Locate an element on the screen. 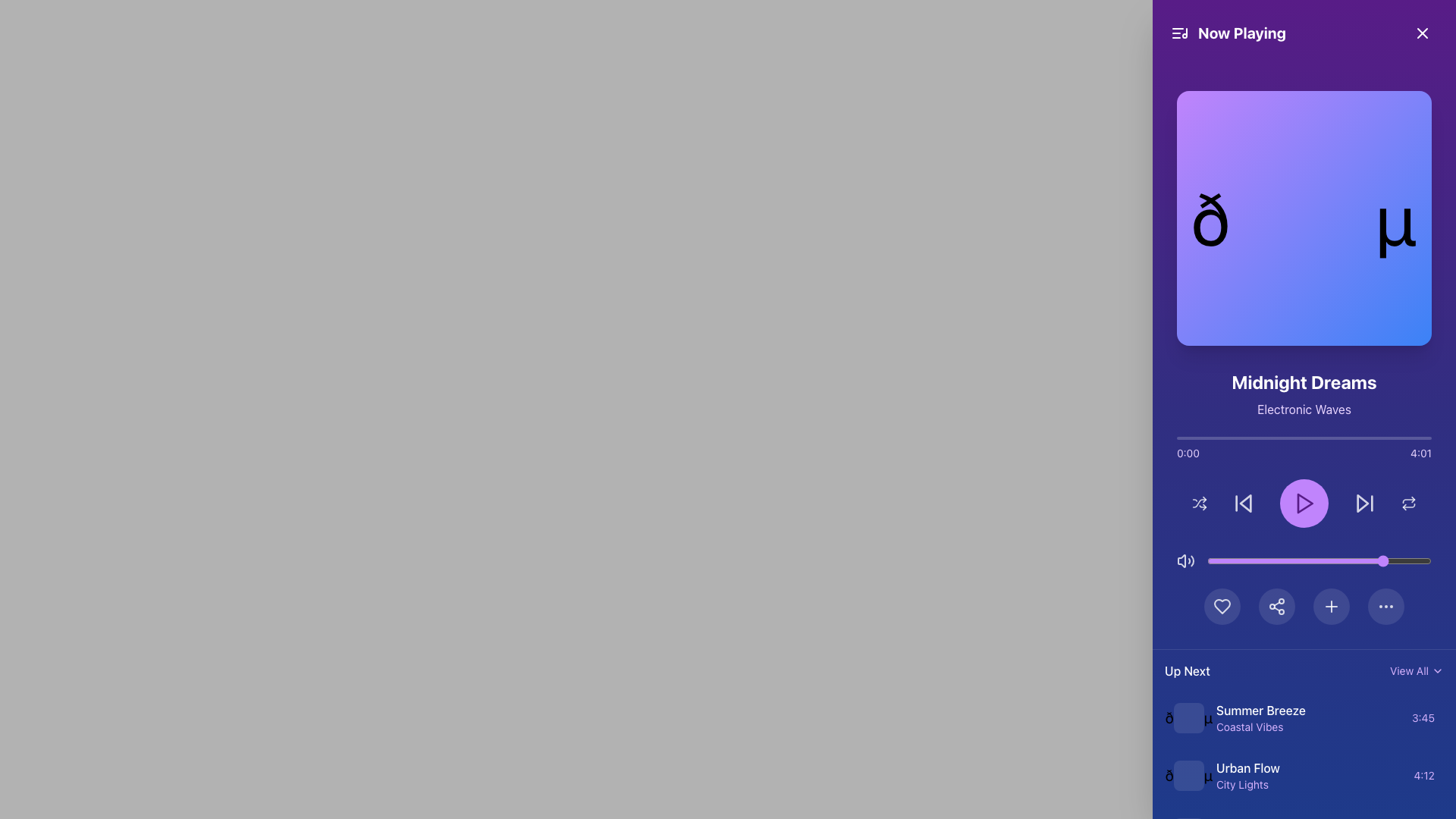 The image size is (1456, 819). the circular share button, which features three interconnecting circles, located below the playback controls and is the second button from the left in its group is located at coordinates (1276, 605).